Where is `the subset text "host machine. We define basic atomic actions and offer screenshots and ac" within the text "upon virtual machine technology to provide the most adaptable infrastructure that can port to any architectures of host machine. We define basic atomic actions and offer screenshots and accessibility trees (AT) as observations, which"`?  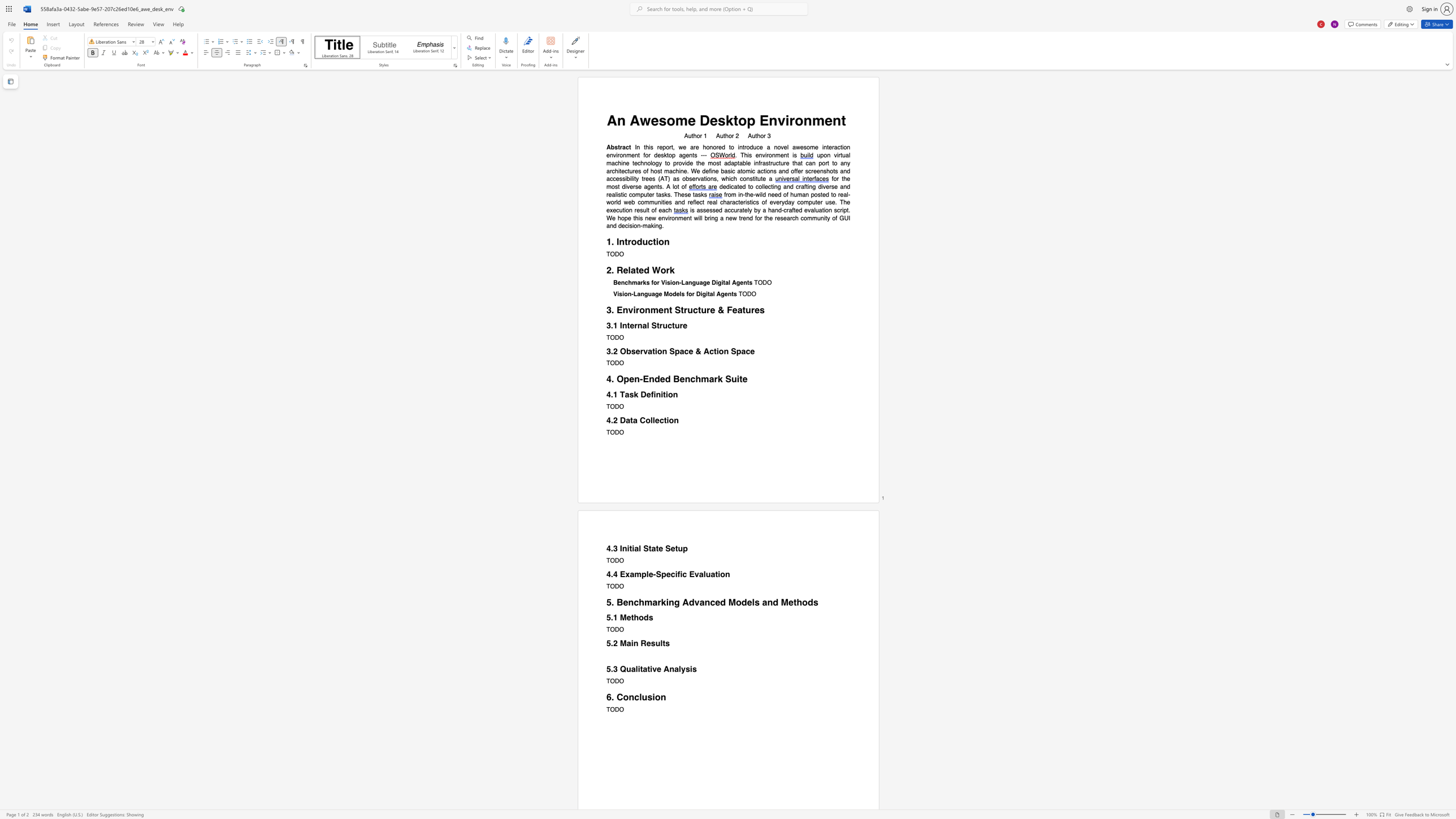
the subset text "host machine. We define basic atomic actions and offer screenshots and ac" within the text "upon virtual machine technology to provide the most adaptable infrastructure that can port to any architectures of host machine. We define basic atomic actions and offer screenshots and accessibility trees (AT) as observations, which" is located at coordinates (649, 171).